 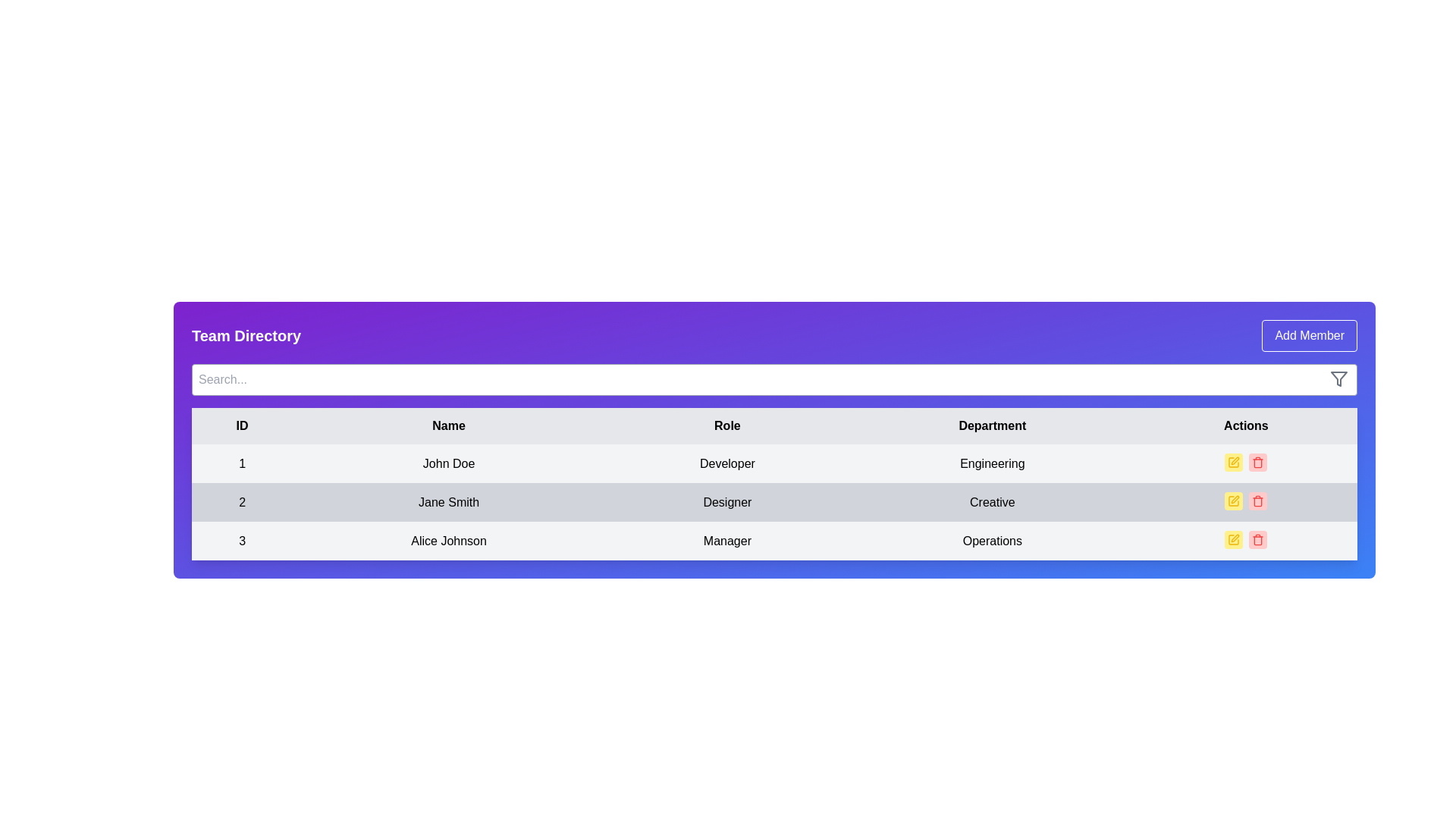 What do you see at coordinates (1258, 461) in the screenshot?
I see `the delete button located in the Actions column of the Engineering department row in the Team Directory table` at bounding box center [1258, 461].